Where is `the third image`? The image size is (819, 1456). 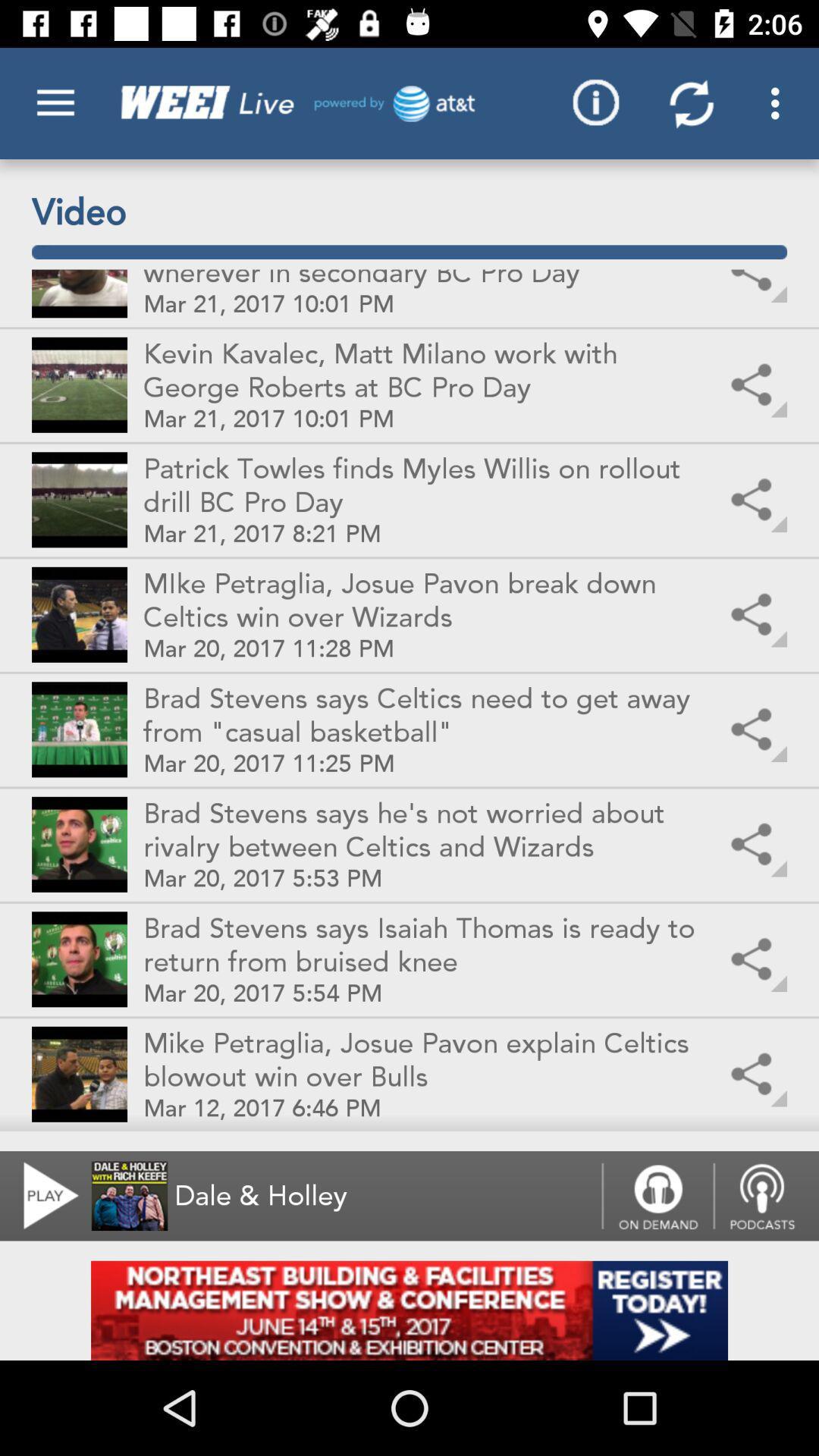 the third image is located at coordinates (79, 499).